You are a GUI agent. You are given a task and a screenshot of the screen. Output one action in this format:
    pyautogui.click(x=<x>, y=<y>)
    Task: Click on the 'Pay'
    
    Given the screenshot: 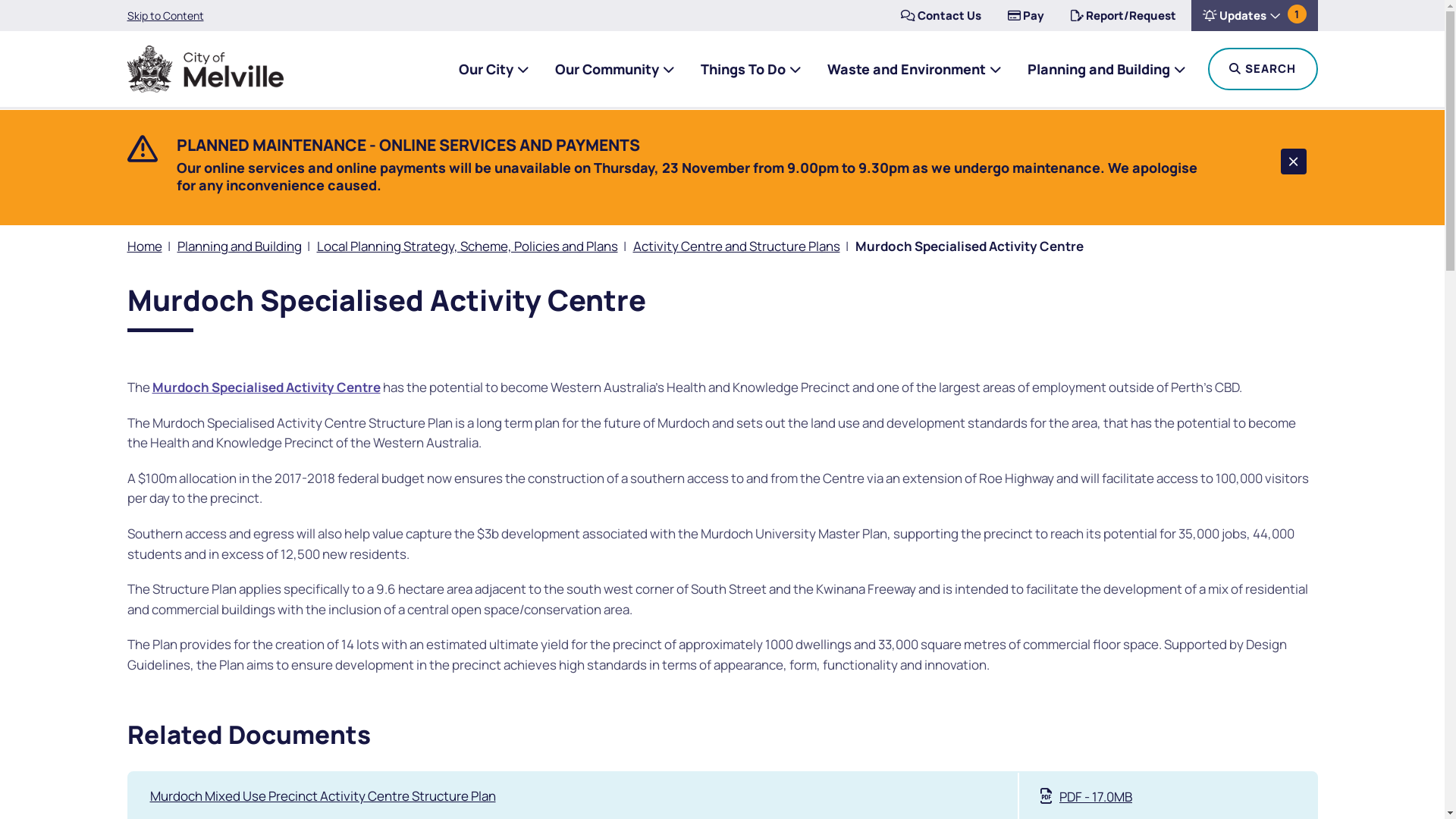 What is the action you would take?
    pyautogui.click(x=1026, y=15)
    